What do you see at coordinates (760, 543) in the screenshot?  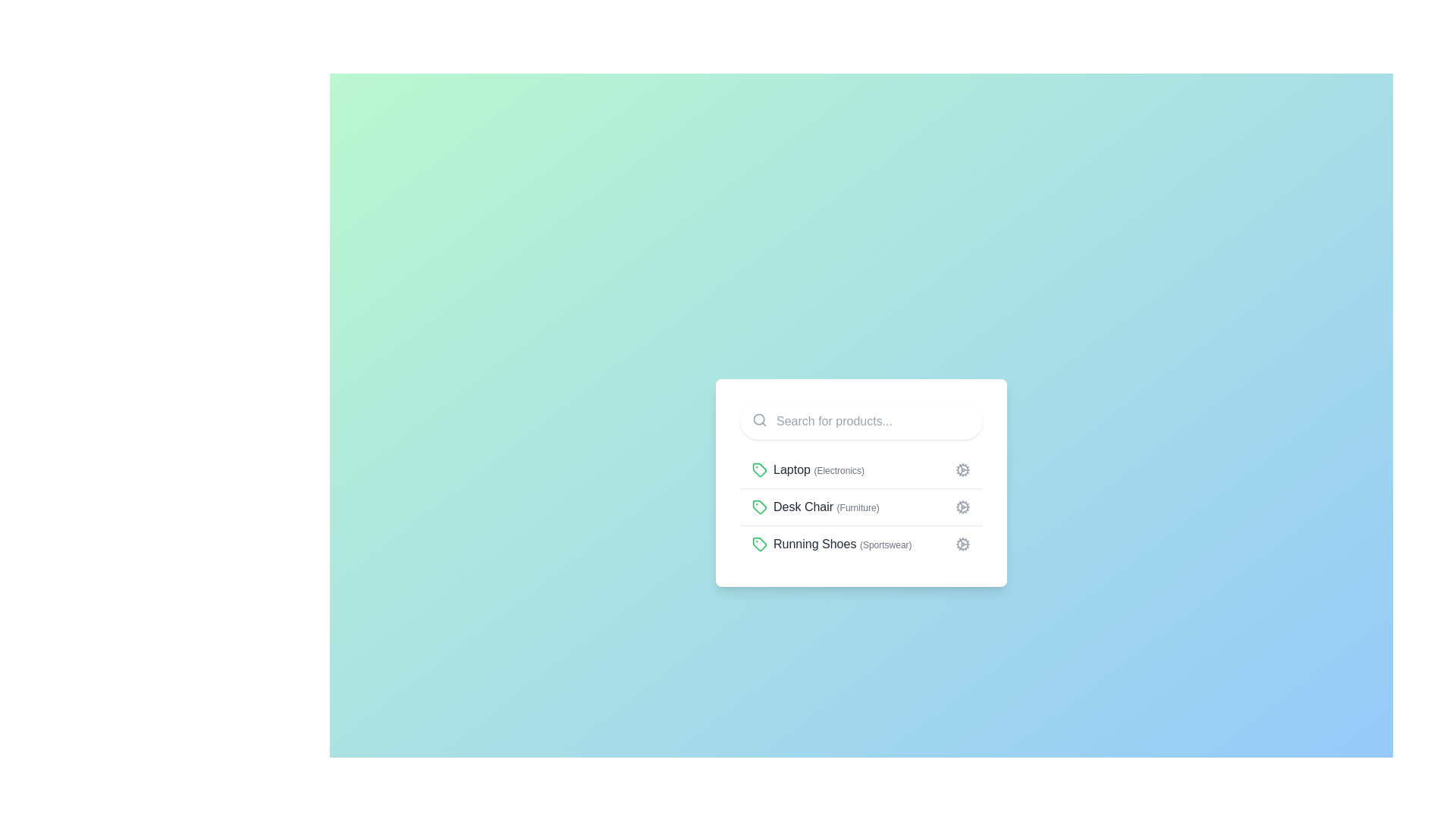 I see `the small green tag icon located to the left of the text 'Running Shoes (Sportswear)' in the bottom row of the vertical list of items` at bounding box center [760, 543].